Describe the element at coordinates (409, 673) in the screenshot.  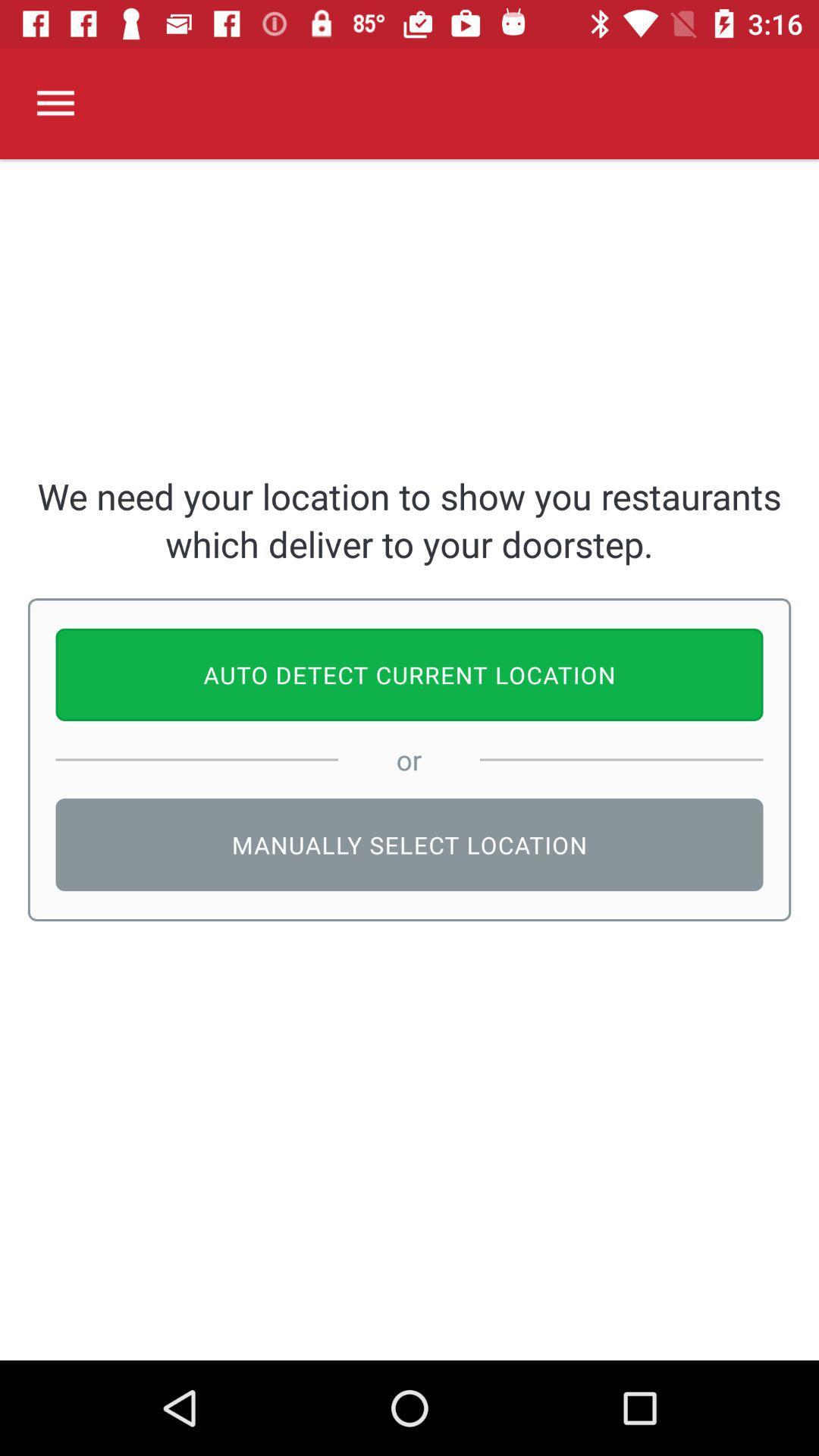
I see `auto detect current icon` at that location.